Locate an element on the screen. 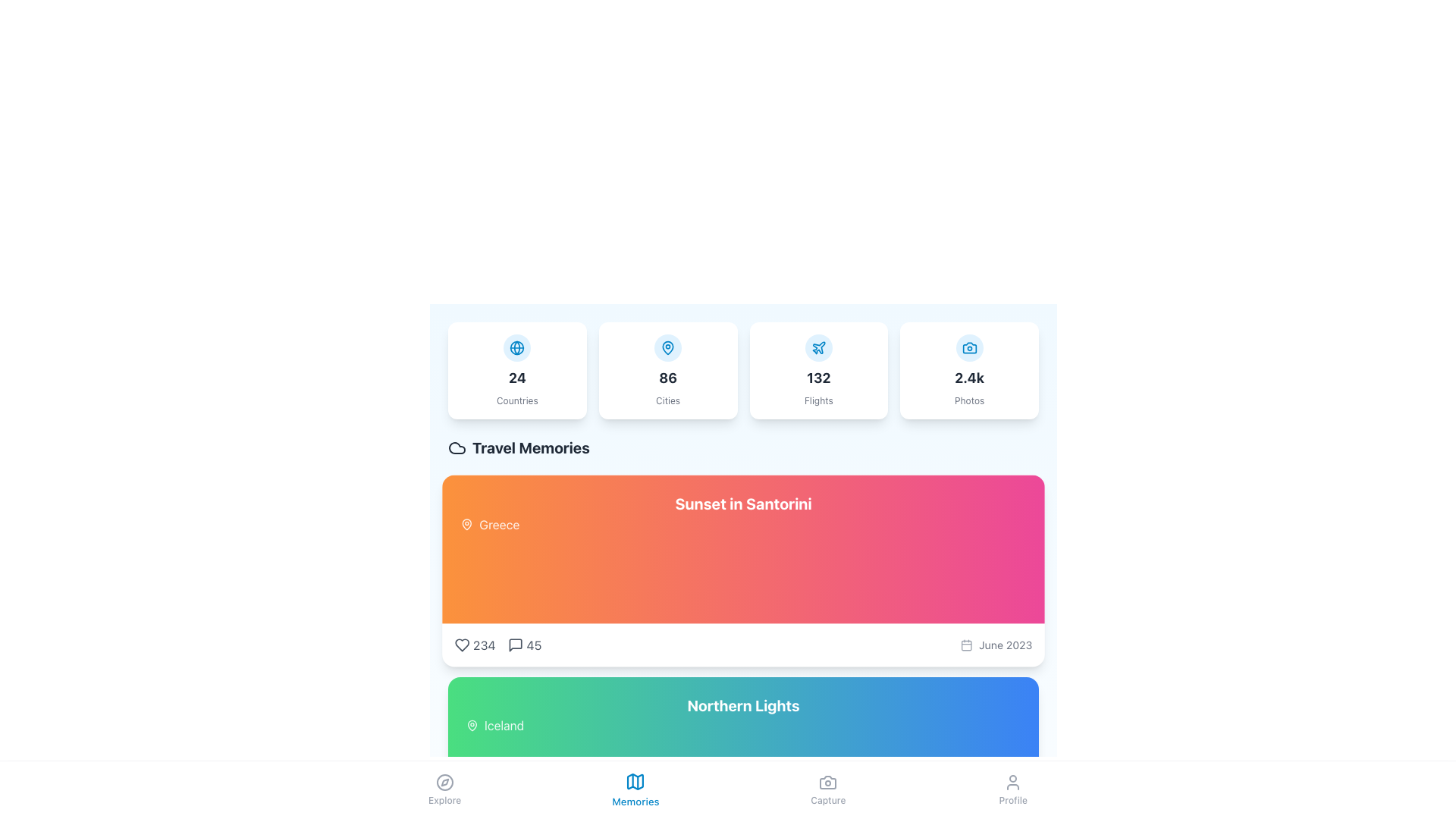  the geographic location icon representing 'Iceland', which is positioned to the left of the text 'Iceland' in the green section labeled 'Northern Lights' is located at coordinates (472, 724).